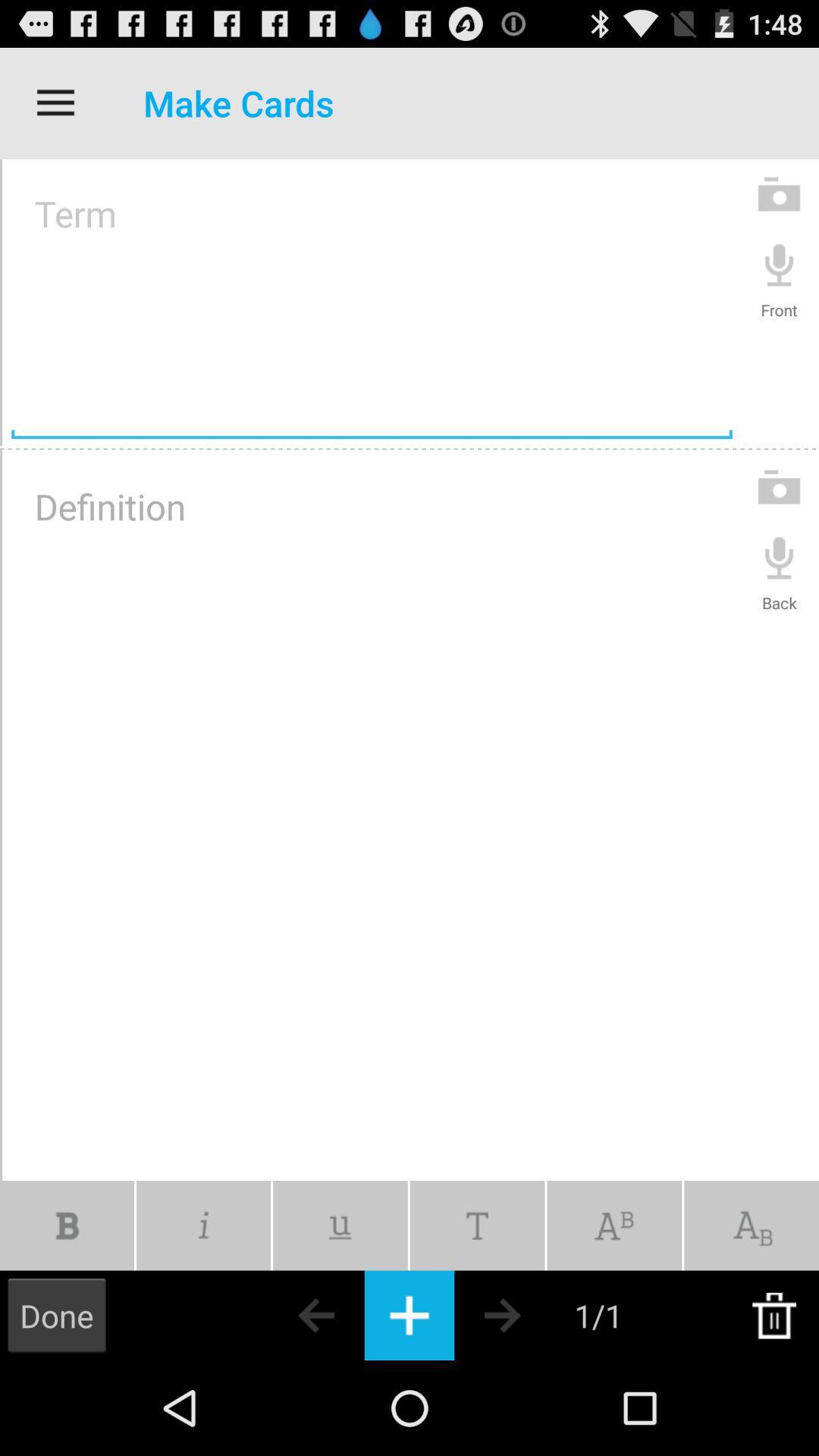 The height and width of the screenshot is (1456, 819). What do you see at coordinates (289, 1314) in the screenshot?
I see `go back` at bounding box center [289, 1314].